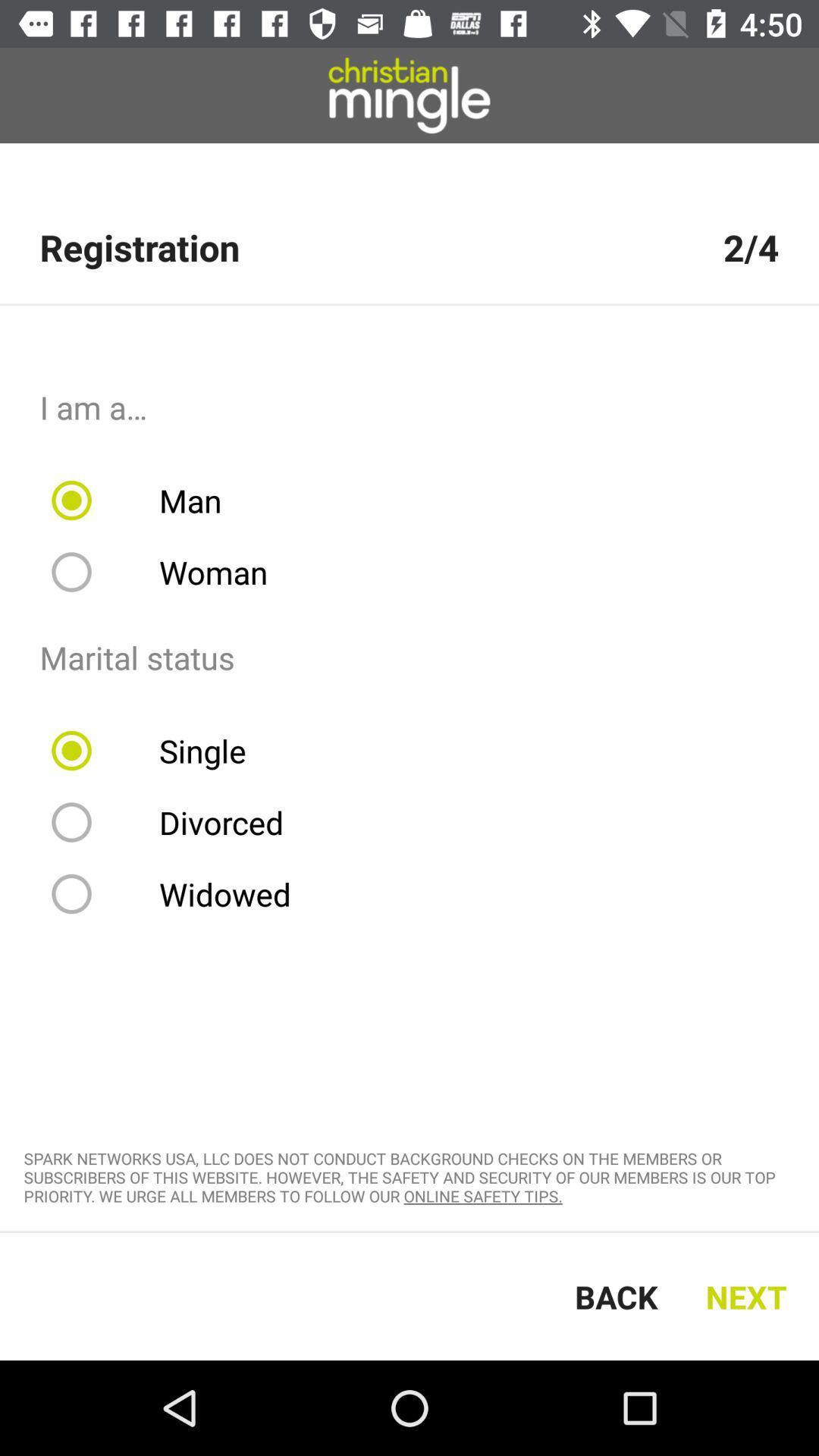 The height and width of the screenshot is (1456, 819). I want to click on the woman icon, so click(169, 571).